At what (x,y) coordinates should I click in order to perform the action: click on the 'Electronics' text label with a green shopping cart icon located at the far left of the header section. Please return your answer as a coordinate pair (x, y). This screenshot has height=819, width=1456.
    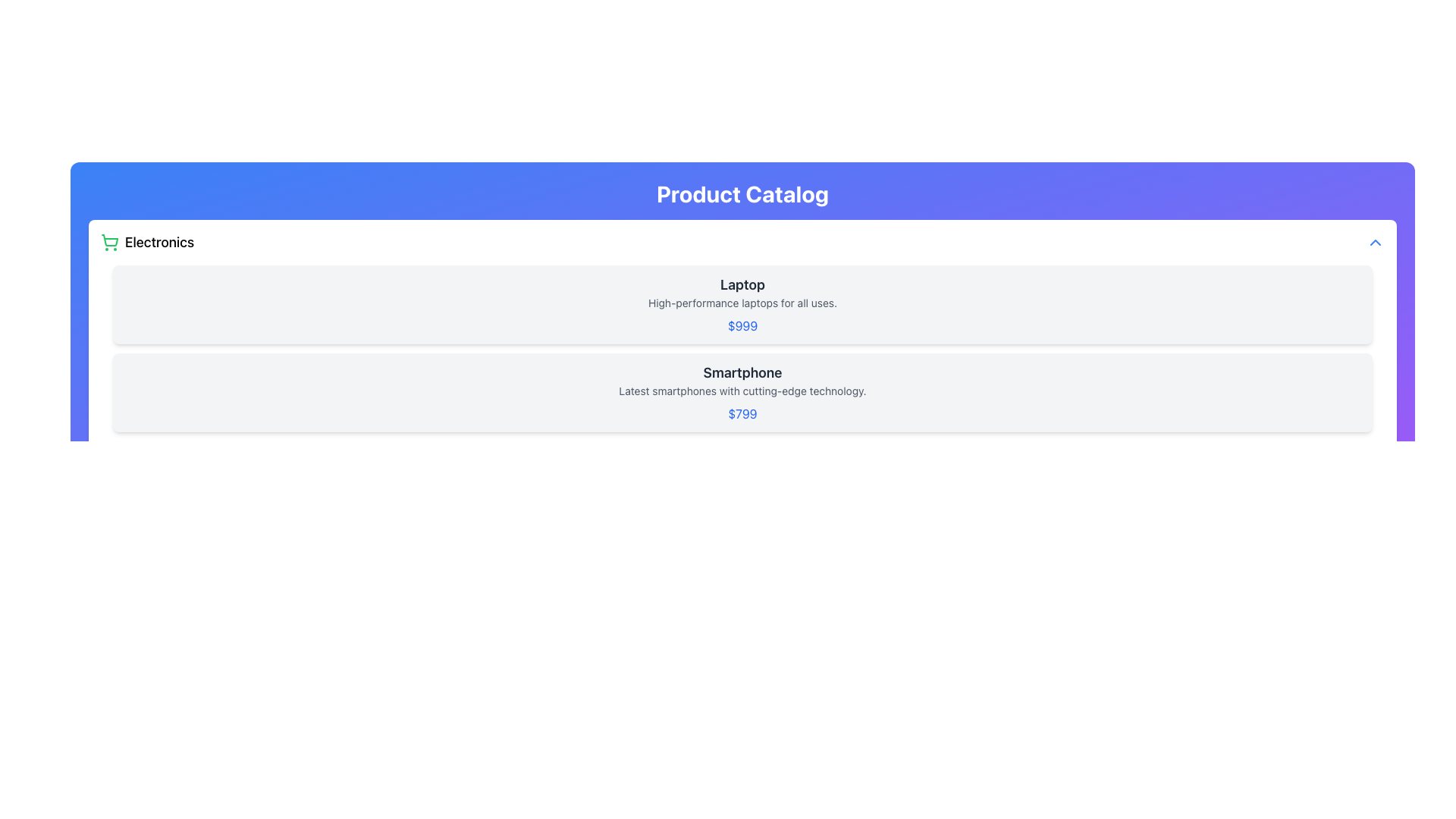
    Looking at the image, I should click on (147, 242).